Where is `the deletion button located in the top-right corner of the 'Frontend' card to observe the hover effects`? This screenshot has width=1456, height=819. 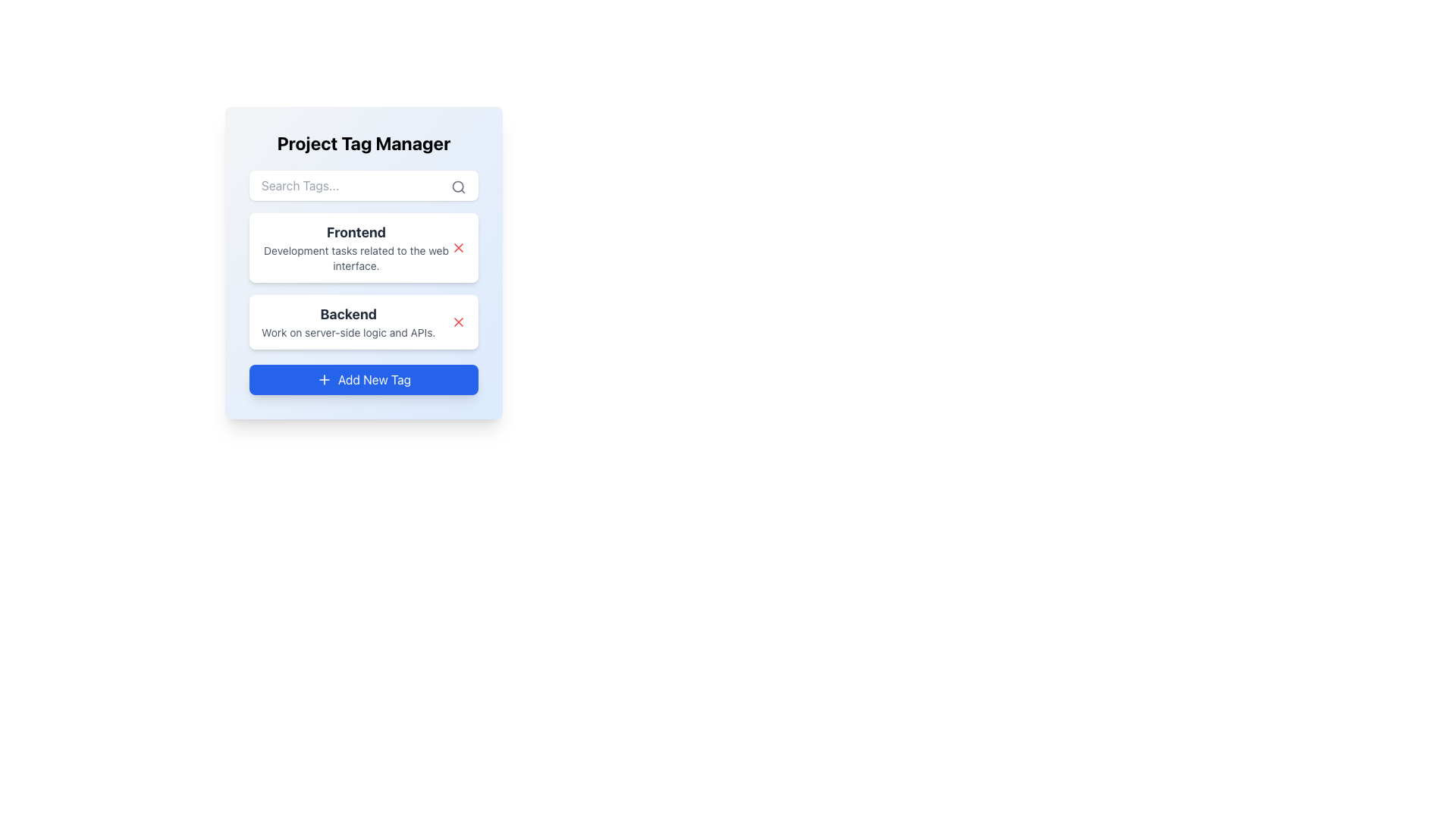 the deletion button located in the top-right corner of the 'Frontend' card to observe the hover effects is located at coordinates (457, 247).